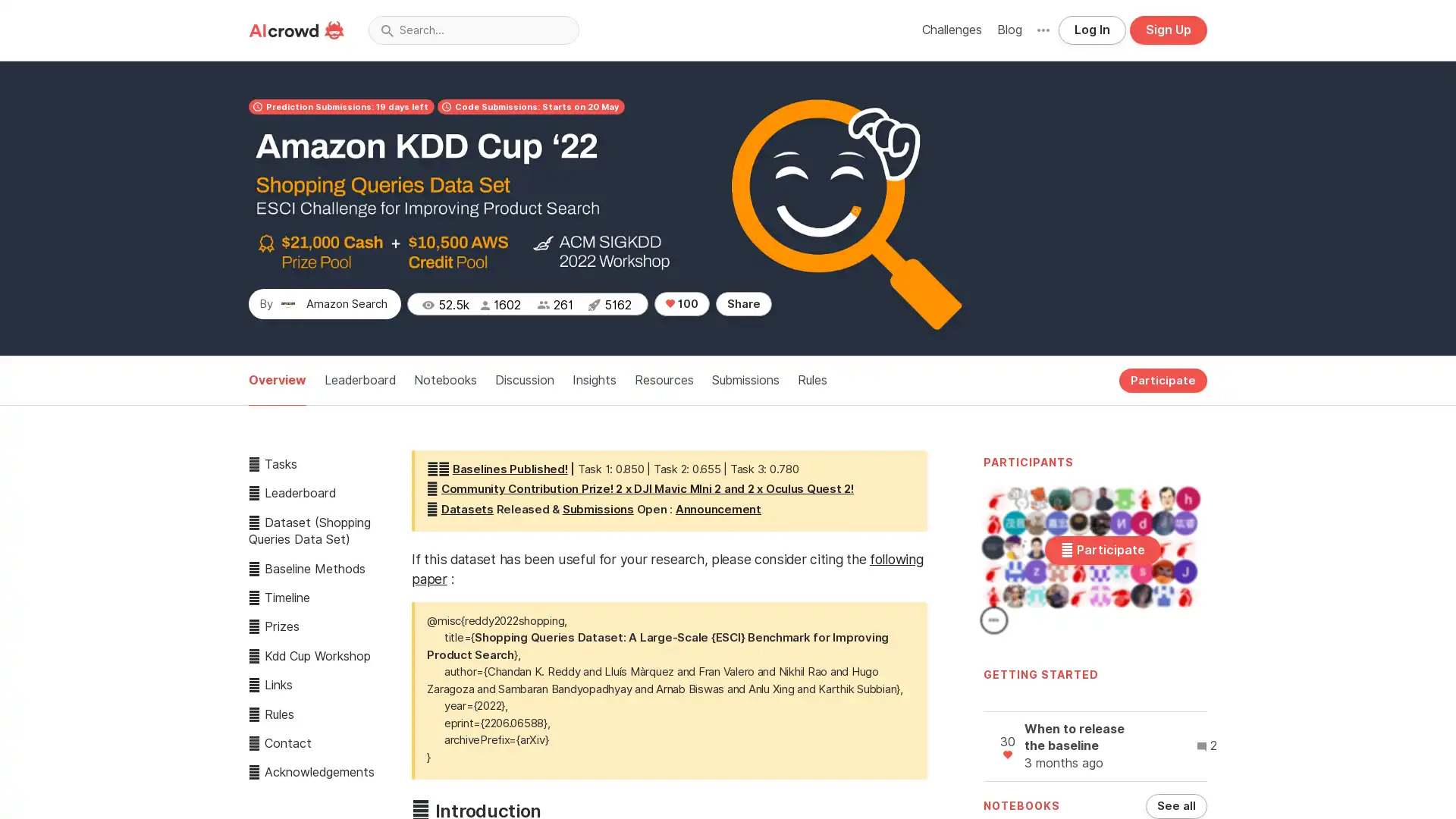 This screenshot has height=819, width=1456. I want to click on Log In, so click(1092, 30).